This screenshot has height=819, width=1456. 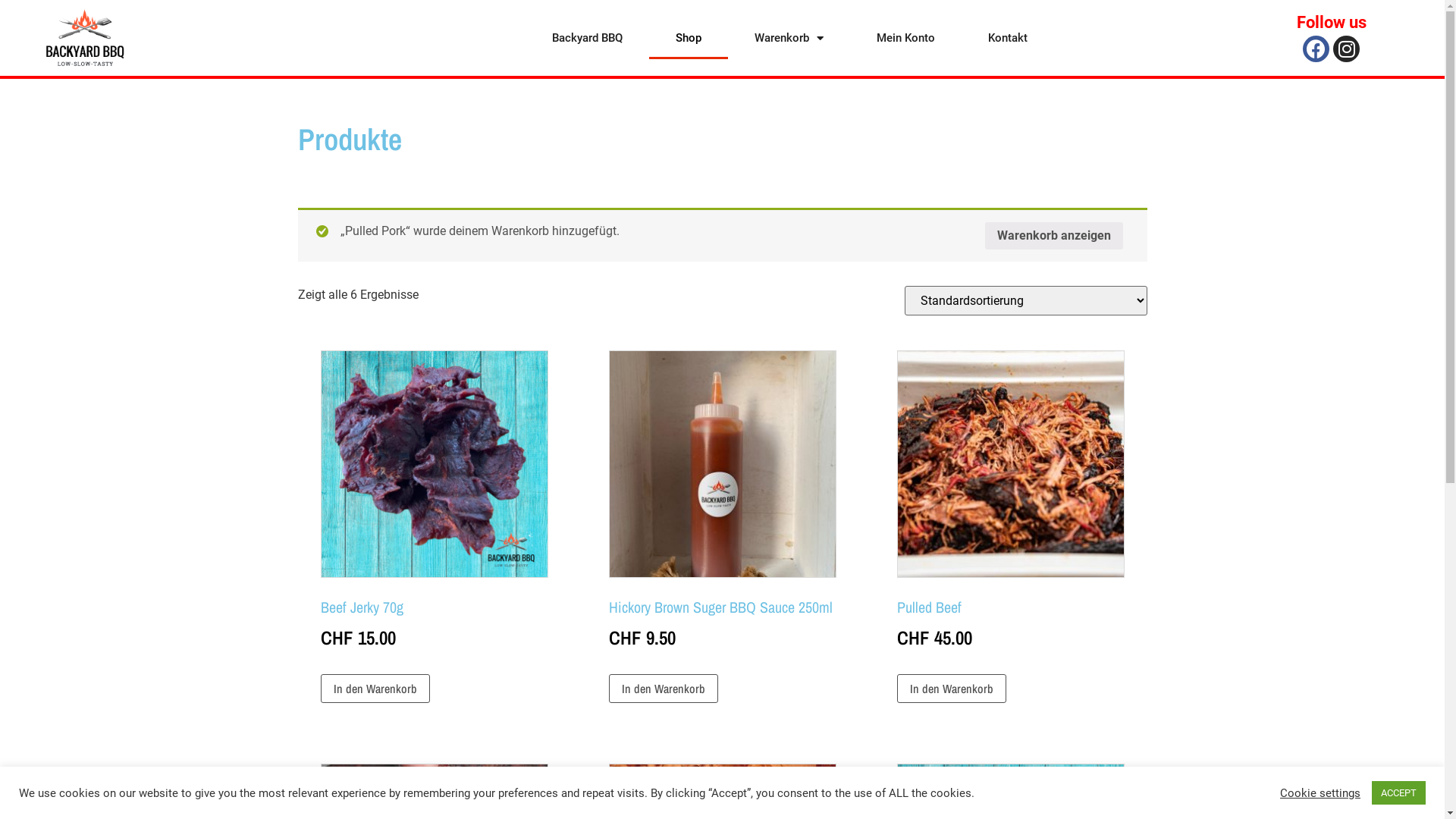 I want to click on 'Kontakt', so click(x=1008, y=37).